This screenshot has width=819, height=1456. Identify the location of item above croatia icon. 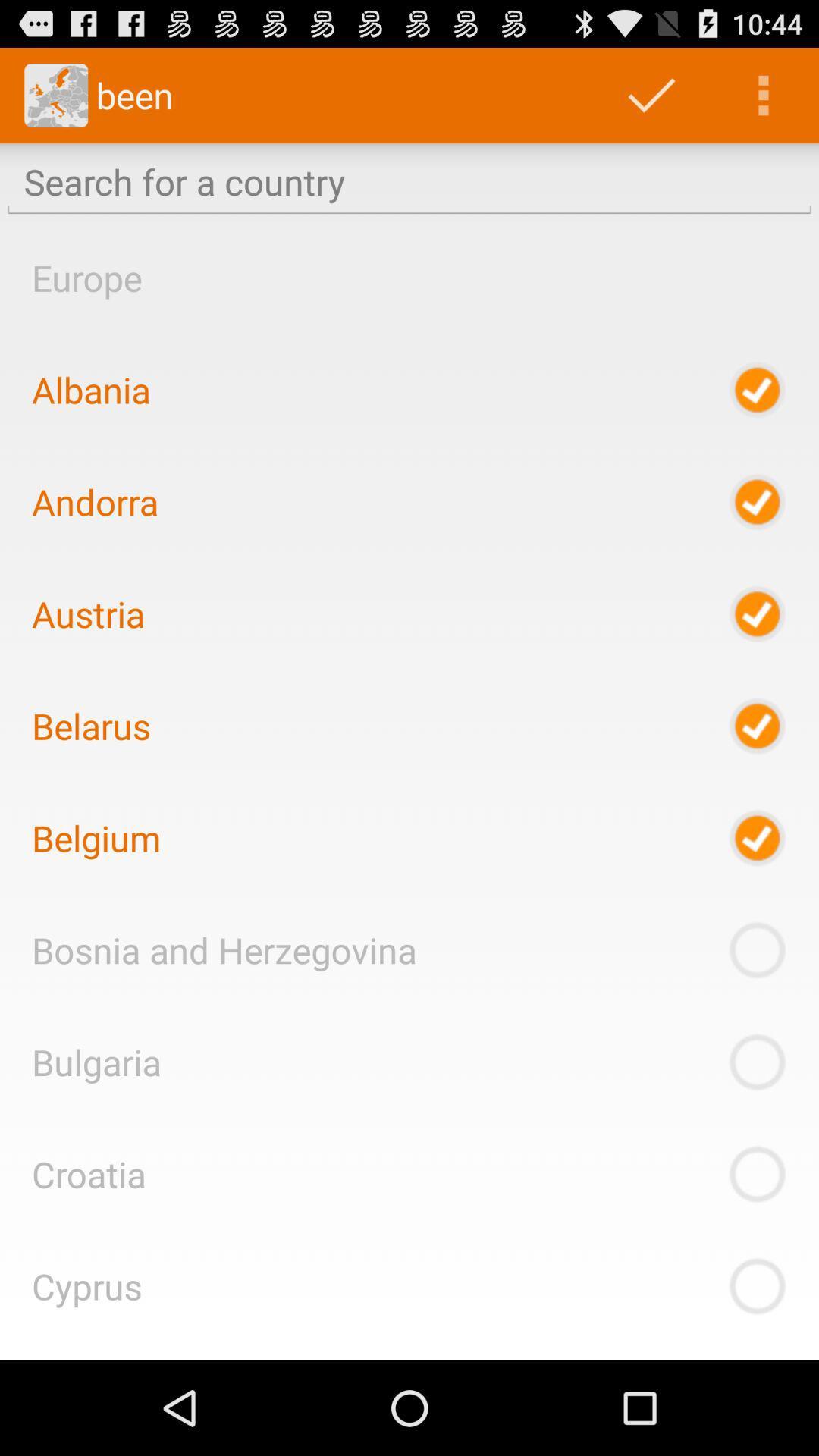
(96, 1061).